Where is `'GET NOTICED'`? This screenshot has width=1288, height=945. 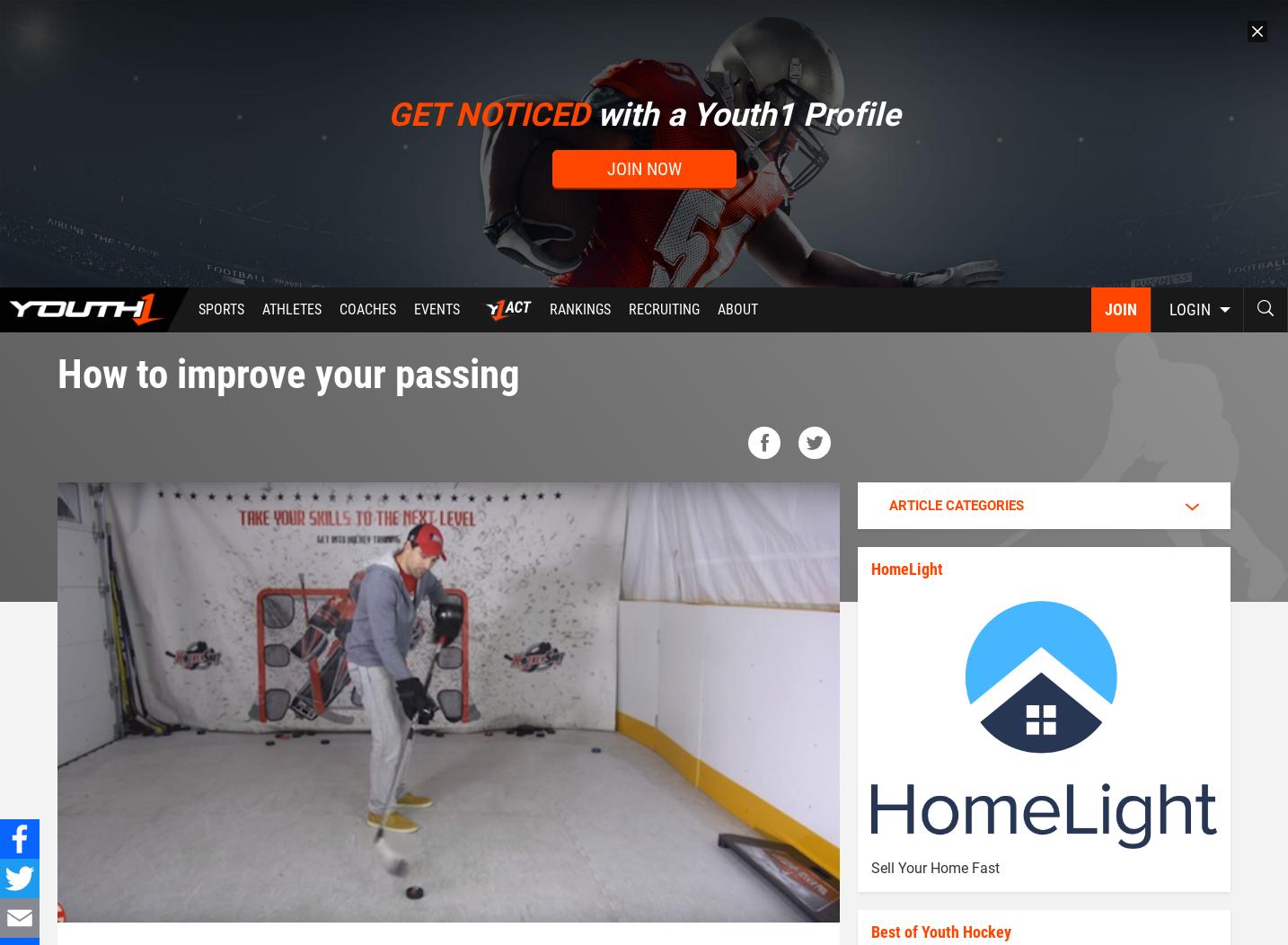 'GET NOTICED' is located at coordinates (388, 115).